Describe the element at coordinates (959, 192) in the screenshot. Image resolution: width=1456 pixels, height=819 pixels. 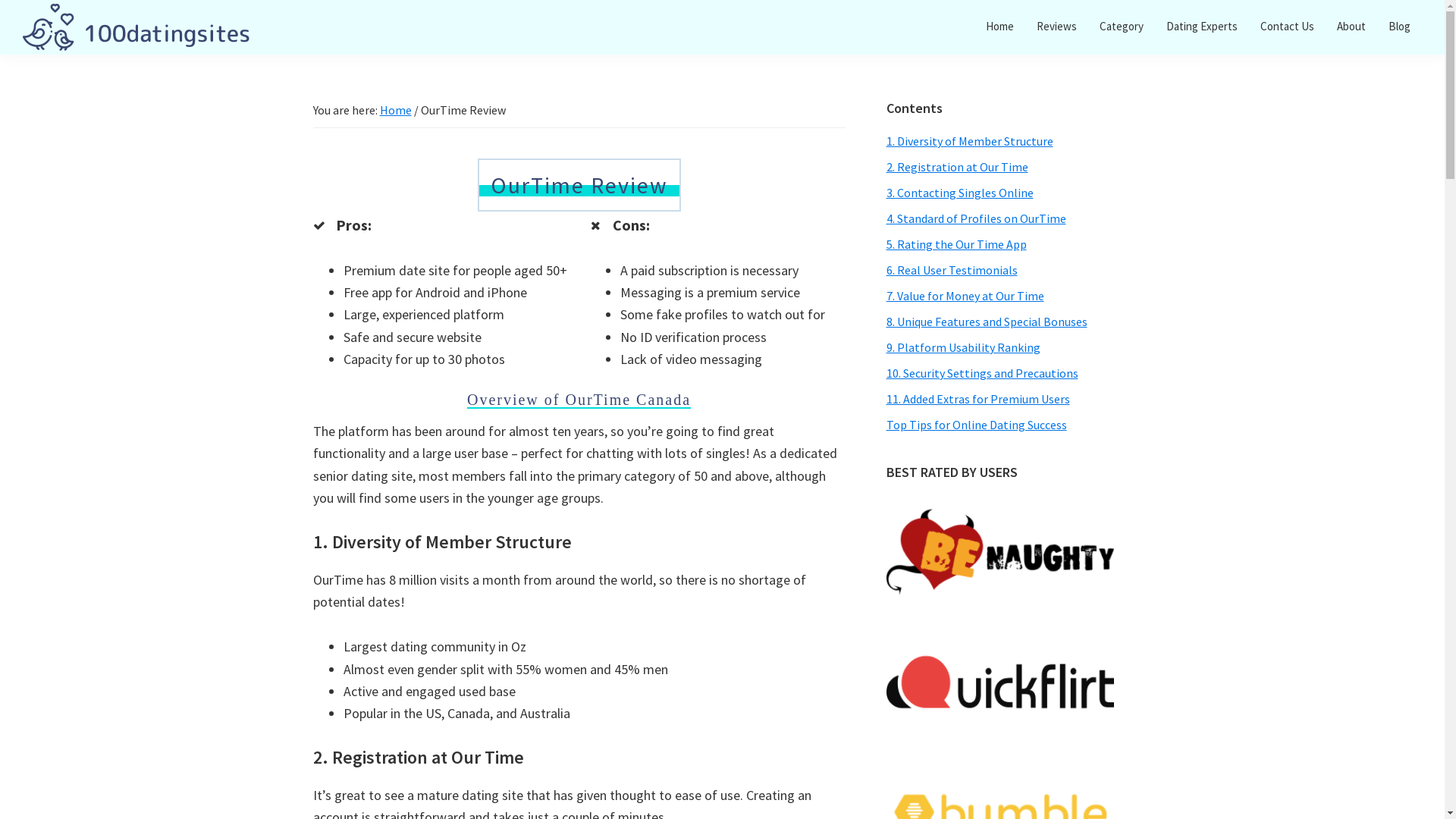
I see `'3. Contacting Singles Online'` at that location.